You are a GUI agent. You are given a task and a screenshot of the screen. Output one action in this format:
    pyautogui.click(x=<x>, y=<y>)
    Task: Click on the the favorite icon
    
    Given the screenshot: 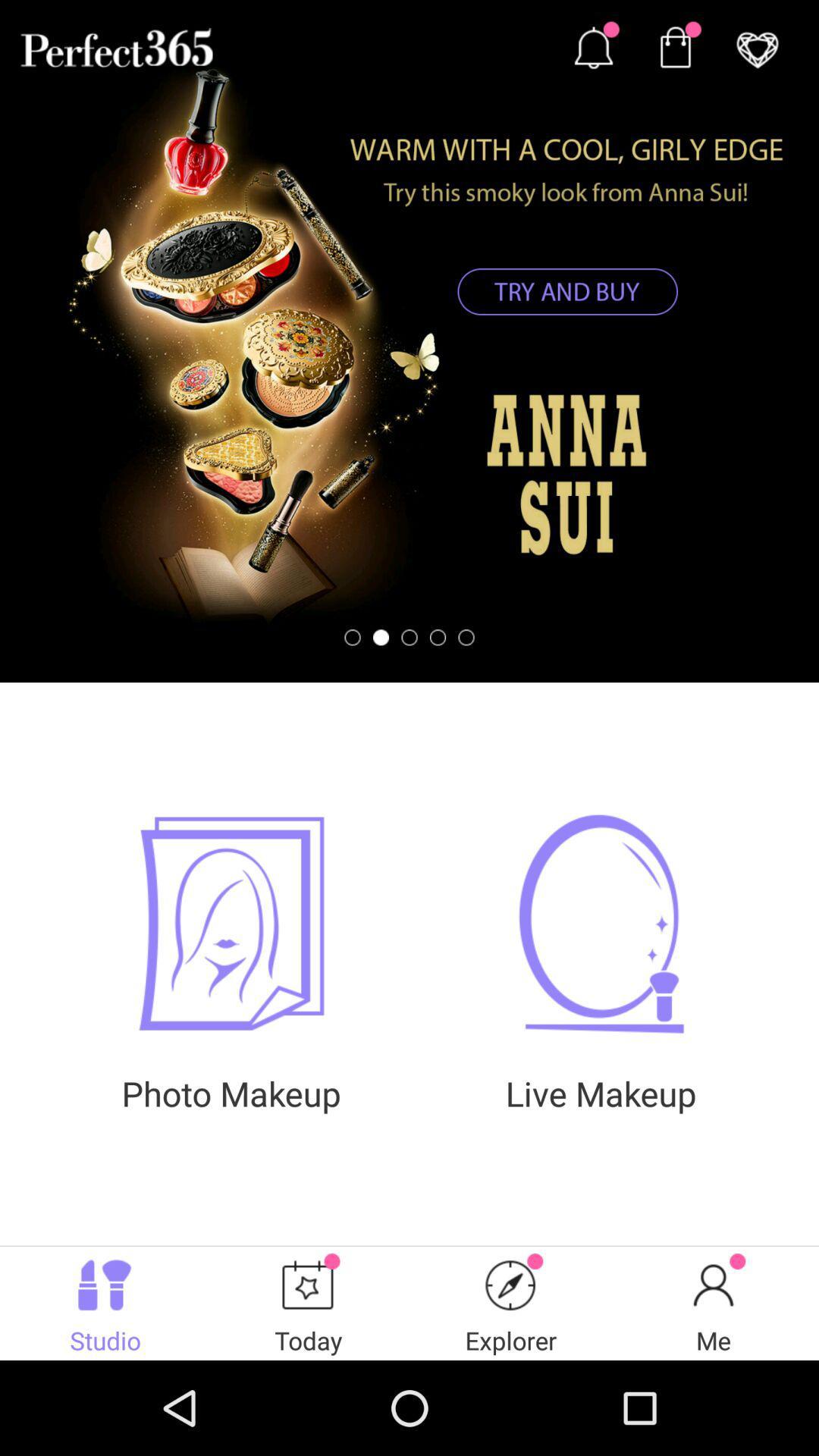 What is the action you would take?
    pyautogui.click(x=757, y=51)
    